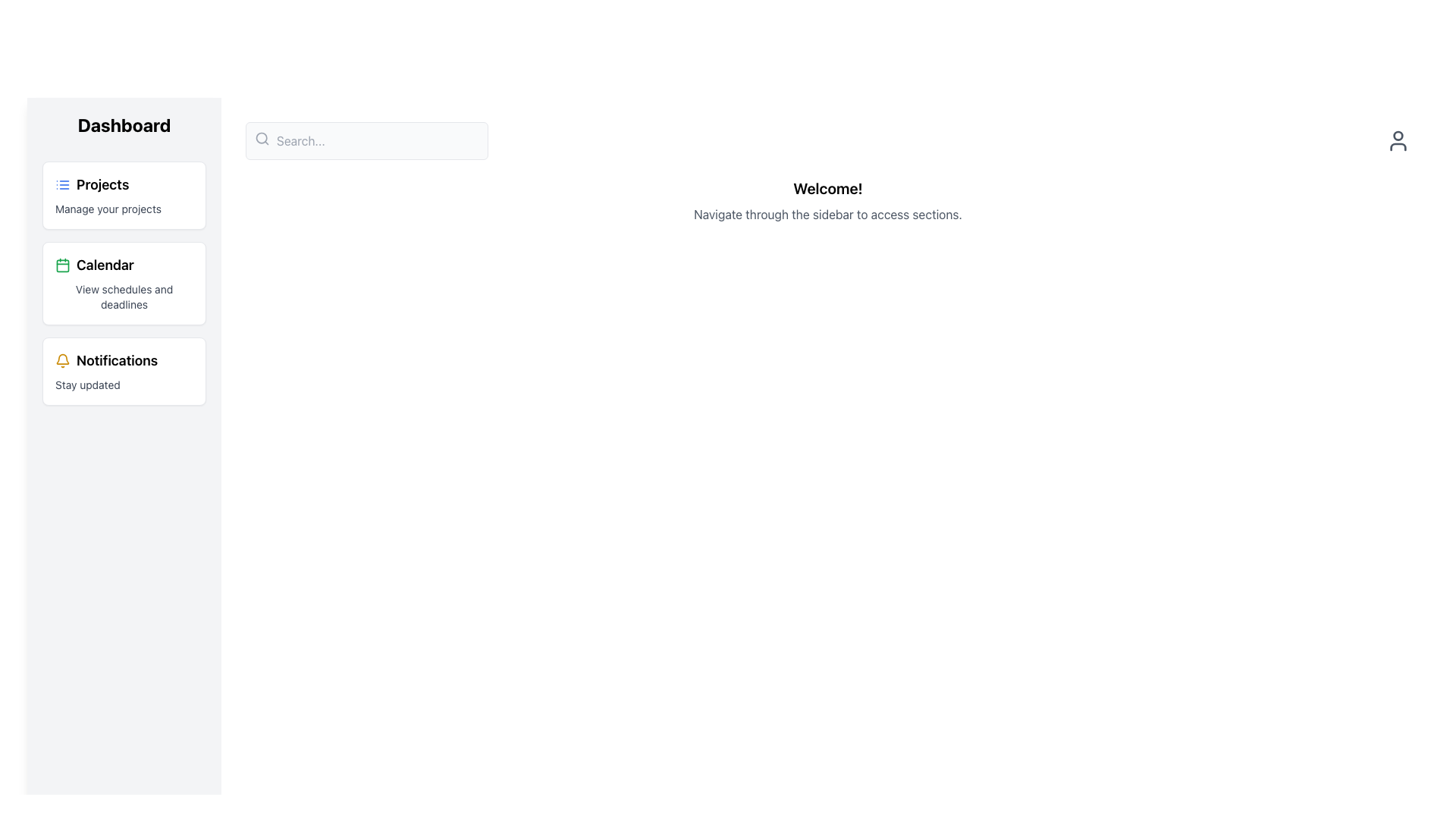 This screenshot has height=819, width=1456. I want to click on the user profile icon, which is a minimalistic gray outline of a person located at the top-right corner of the header section, so click(1397, 140).